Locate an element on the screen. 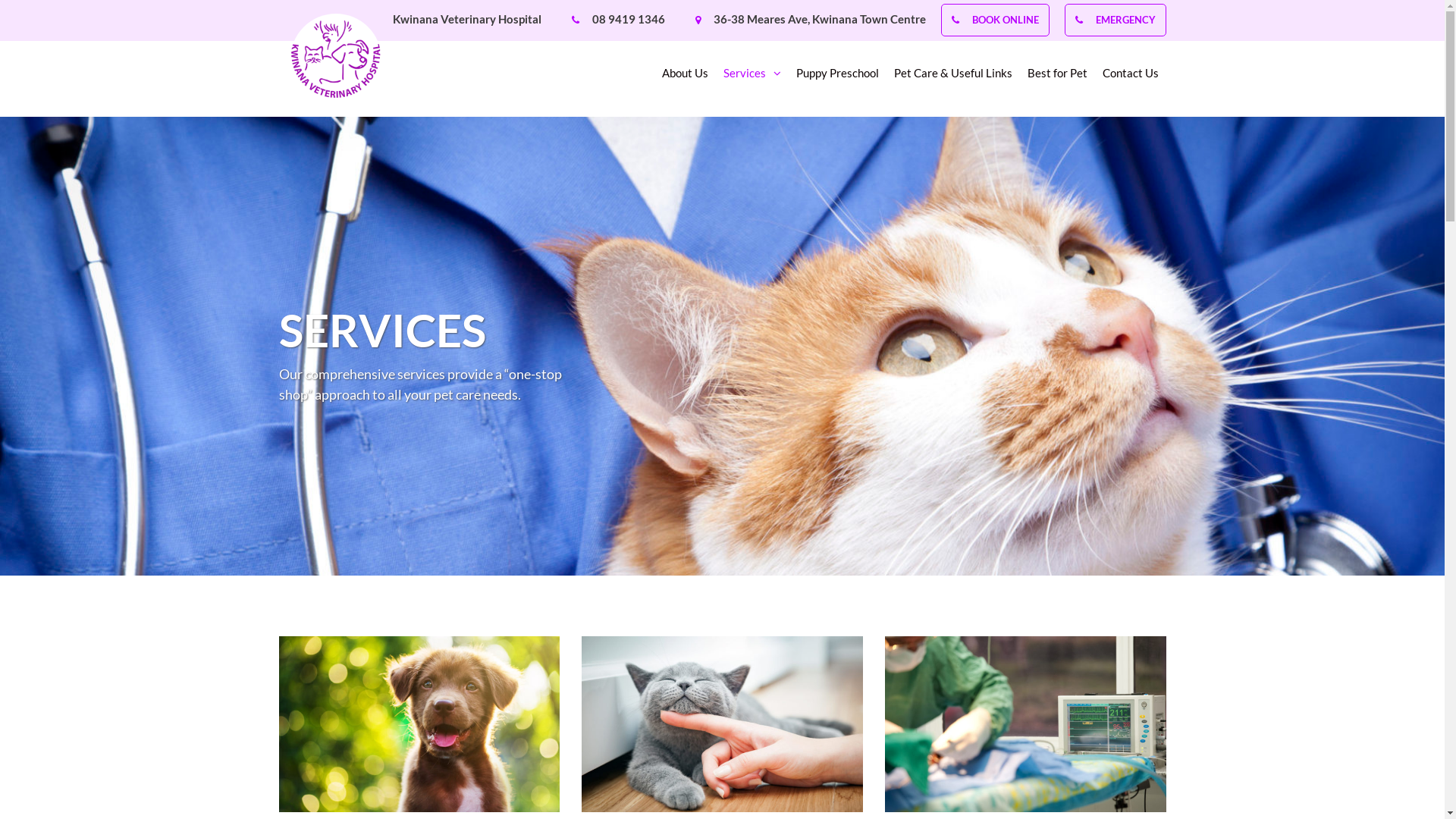 This screenshot has height=819, width=1456. 'About Us' is located at coordinates (661, 77).